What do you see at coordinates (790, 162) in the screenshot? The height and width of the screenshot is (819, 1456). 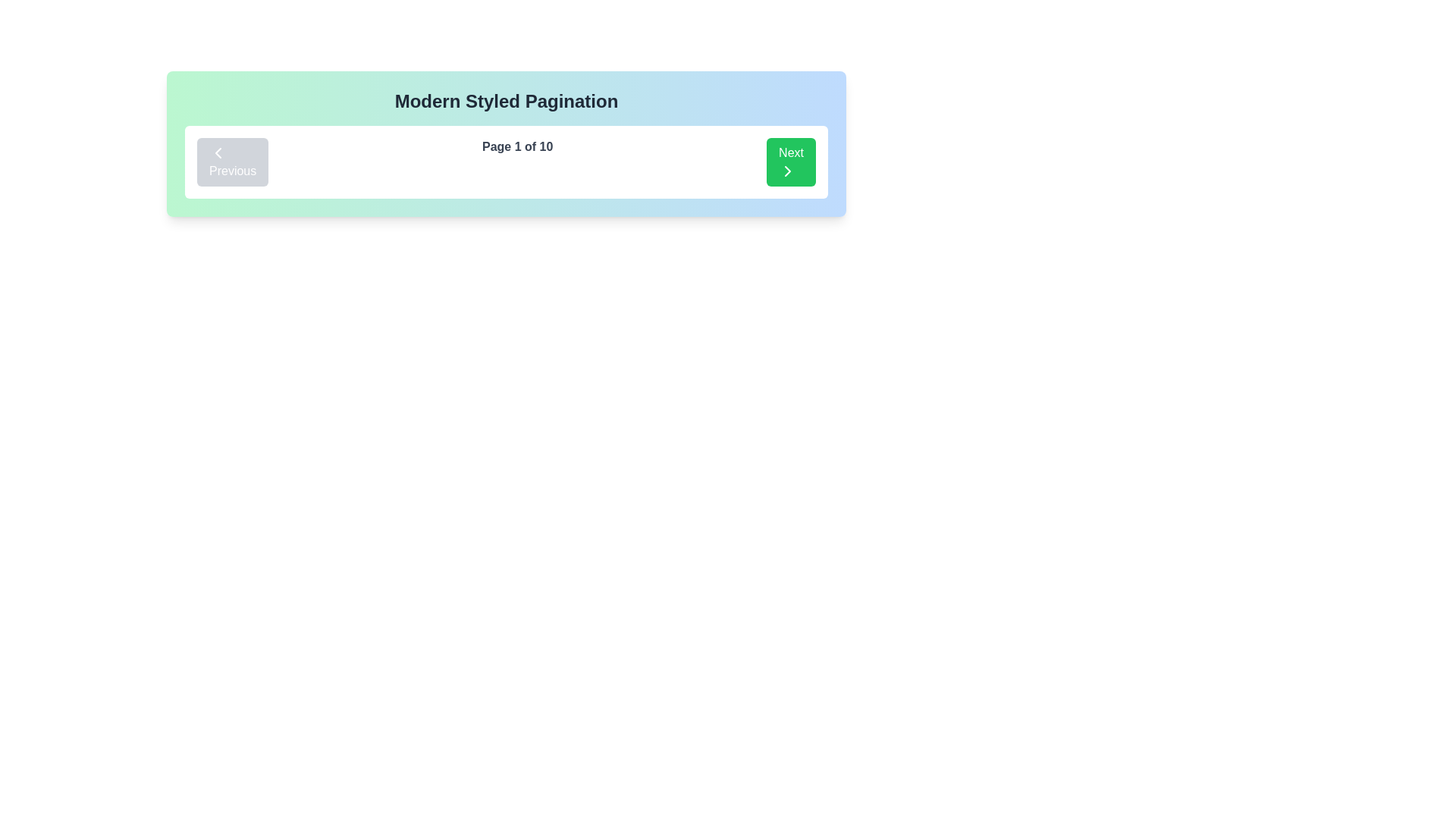 I see `the green rectangular 'Next' button with rounded corners` at bounding box center [790, 162].